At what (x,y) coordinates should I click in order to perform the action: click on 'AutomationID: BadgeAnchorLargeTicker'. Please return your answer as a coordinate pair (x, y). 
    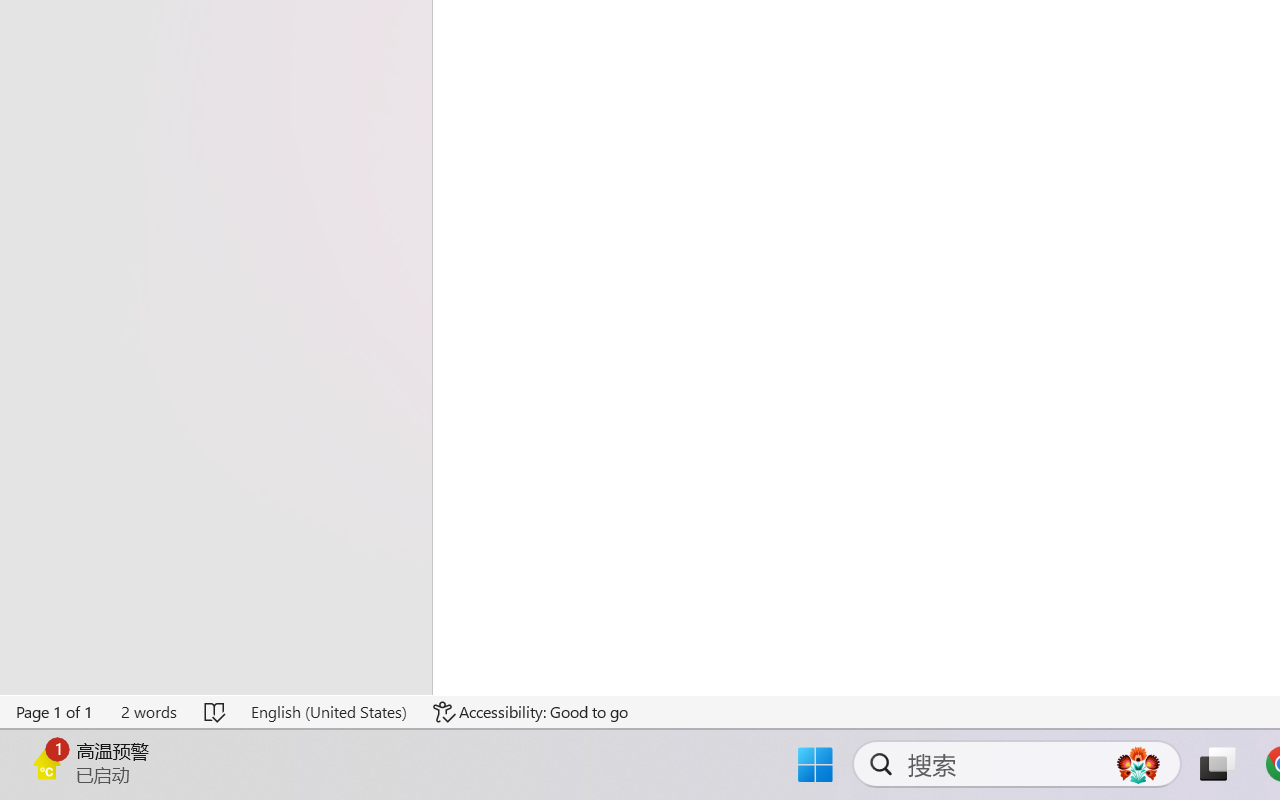
    Looking at the image, I should click on (46, 762).